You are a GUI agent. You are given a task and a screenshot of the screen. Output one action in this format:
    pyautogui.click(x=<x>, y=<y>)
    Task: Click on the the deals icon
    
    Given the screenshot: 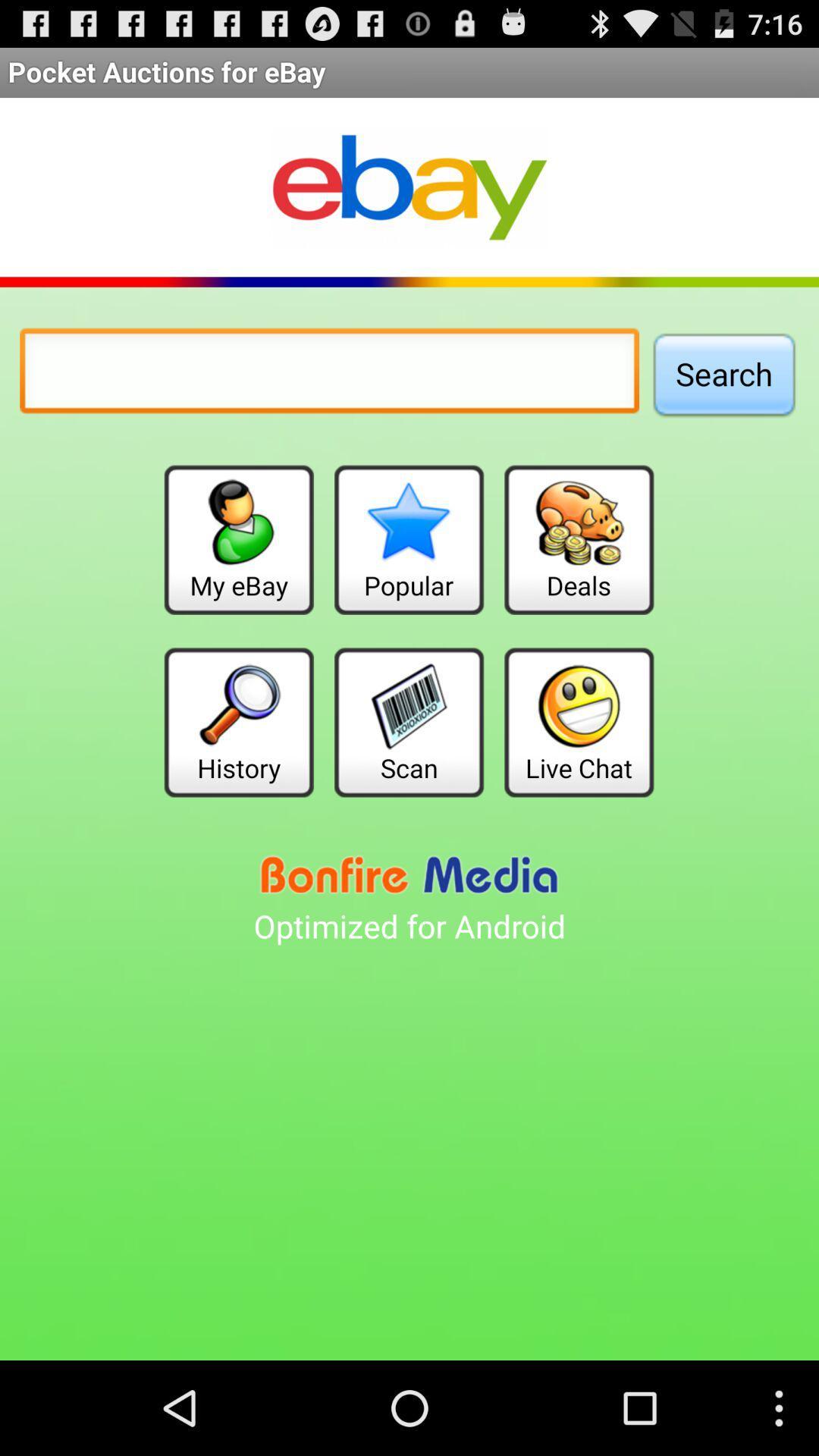 What is the action you would take?
    pyautogui.click(x=579, y=540)
    